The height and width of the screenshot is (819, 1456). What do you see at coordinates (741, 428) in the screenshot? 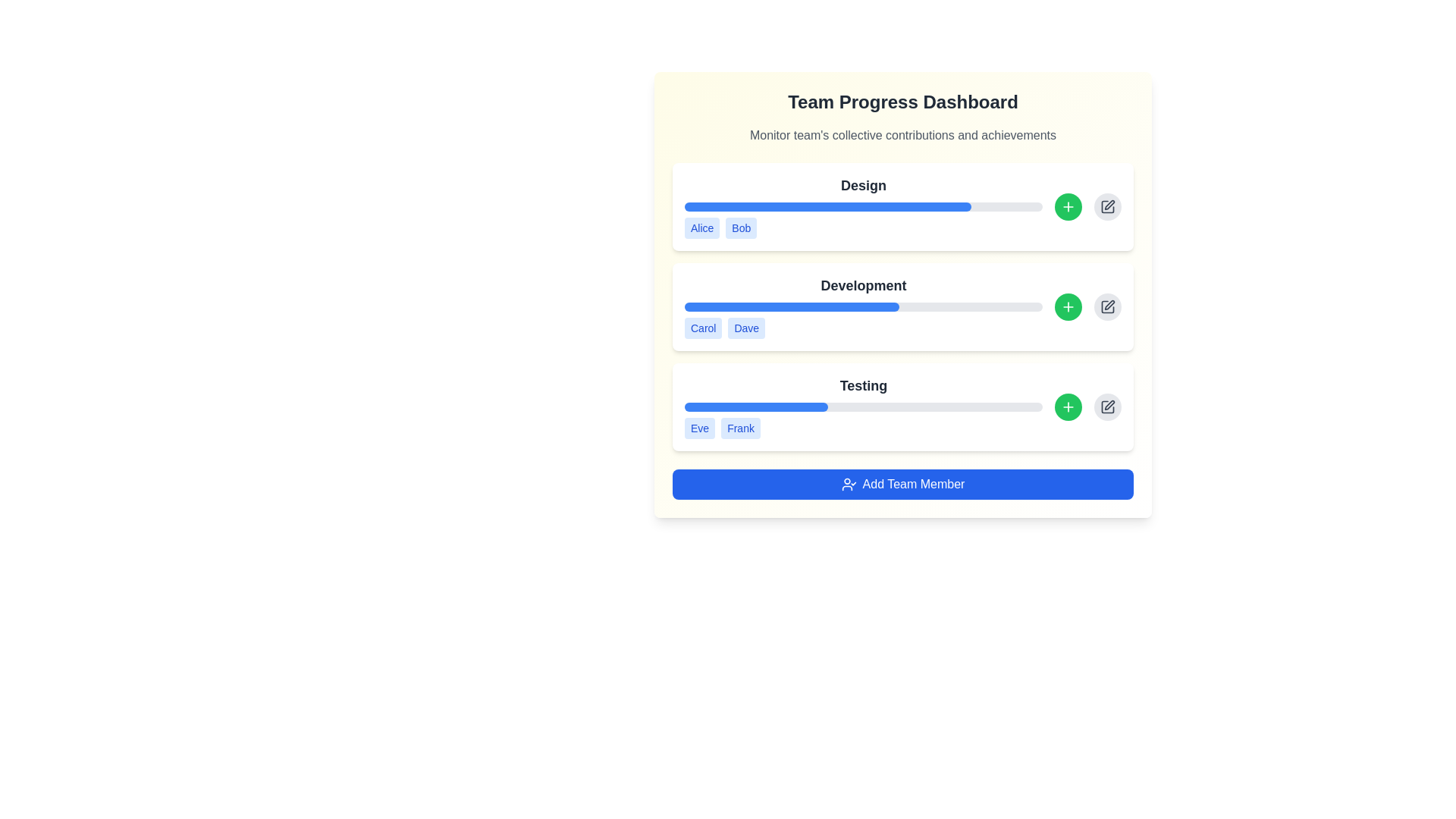
I see `the second badge in the 'Testing' section, which signifies an individual or entity, located next to the 'Eve' badge` at bounding box center [741, 428].